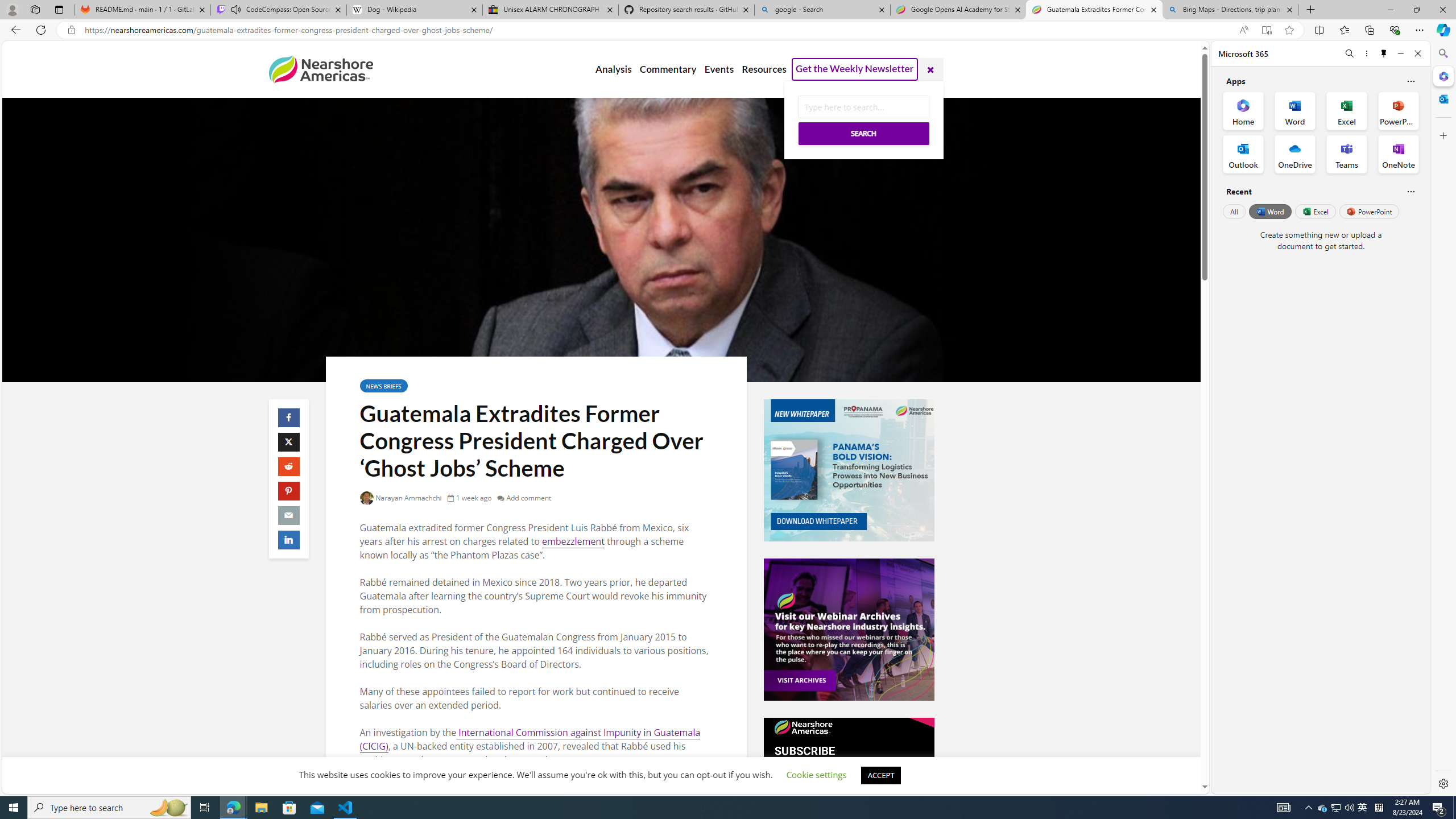  I want to click on 'Excel', so click(1314, 211).